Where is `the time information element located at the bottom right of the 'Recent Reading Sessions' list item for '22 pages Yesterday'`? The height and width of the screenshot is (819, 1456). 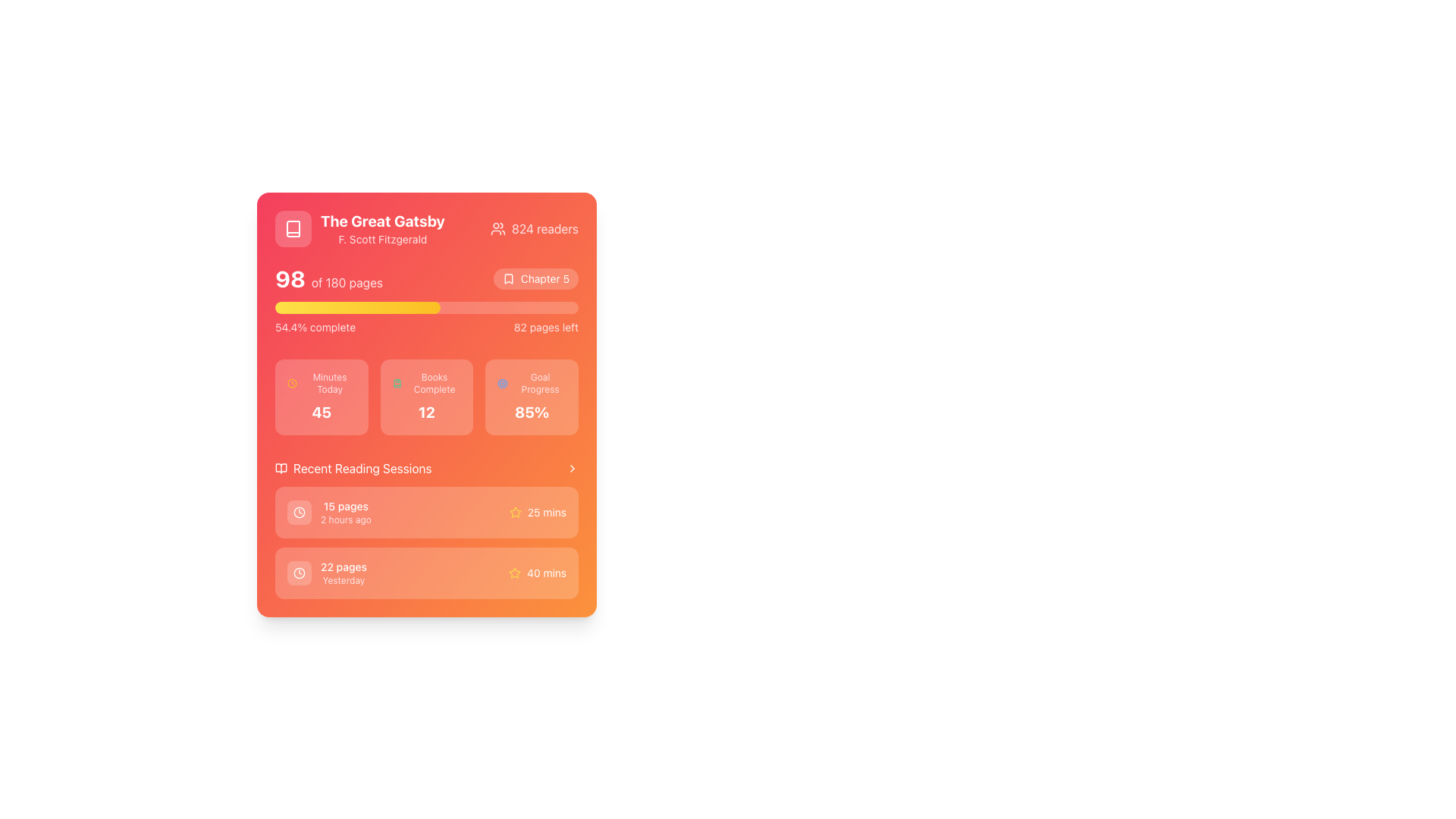 the time information element located at the bottom right of the 'Recent Reading Sessions' list item for '22 pages Yesterday' is located at coordinates (538, 573).